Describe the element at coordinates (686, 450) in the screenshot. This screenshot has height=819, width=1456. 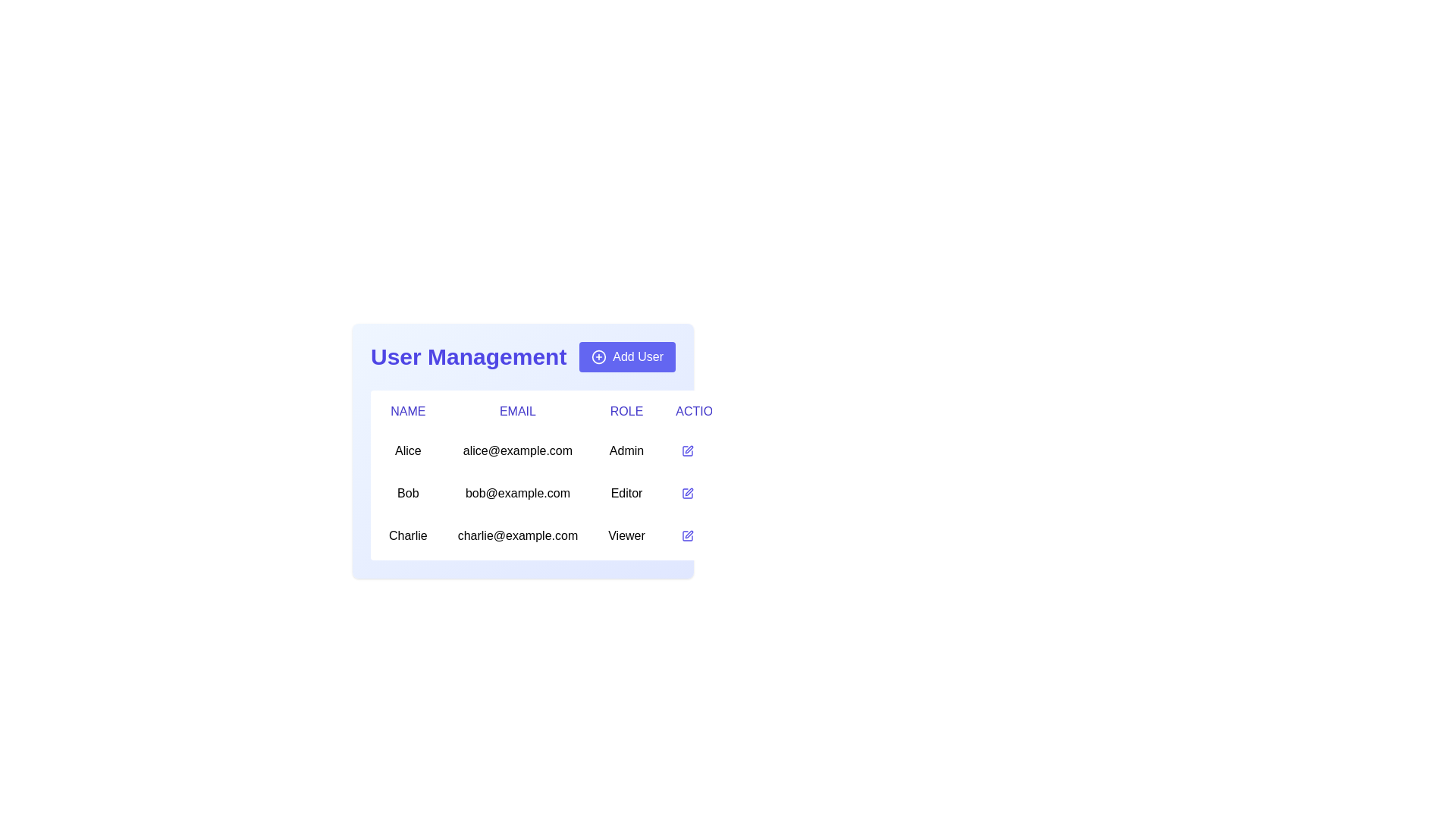
I see `the button with a pen icon located in the 'Action' column of the 'User Management' table for the user 'Alice'` at that location.